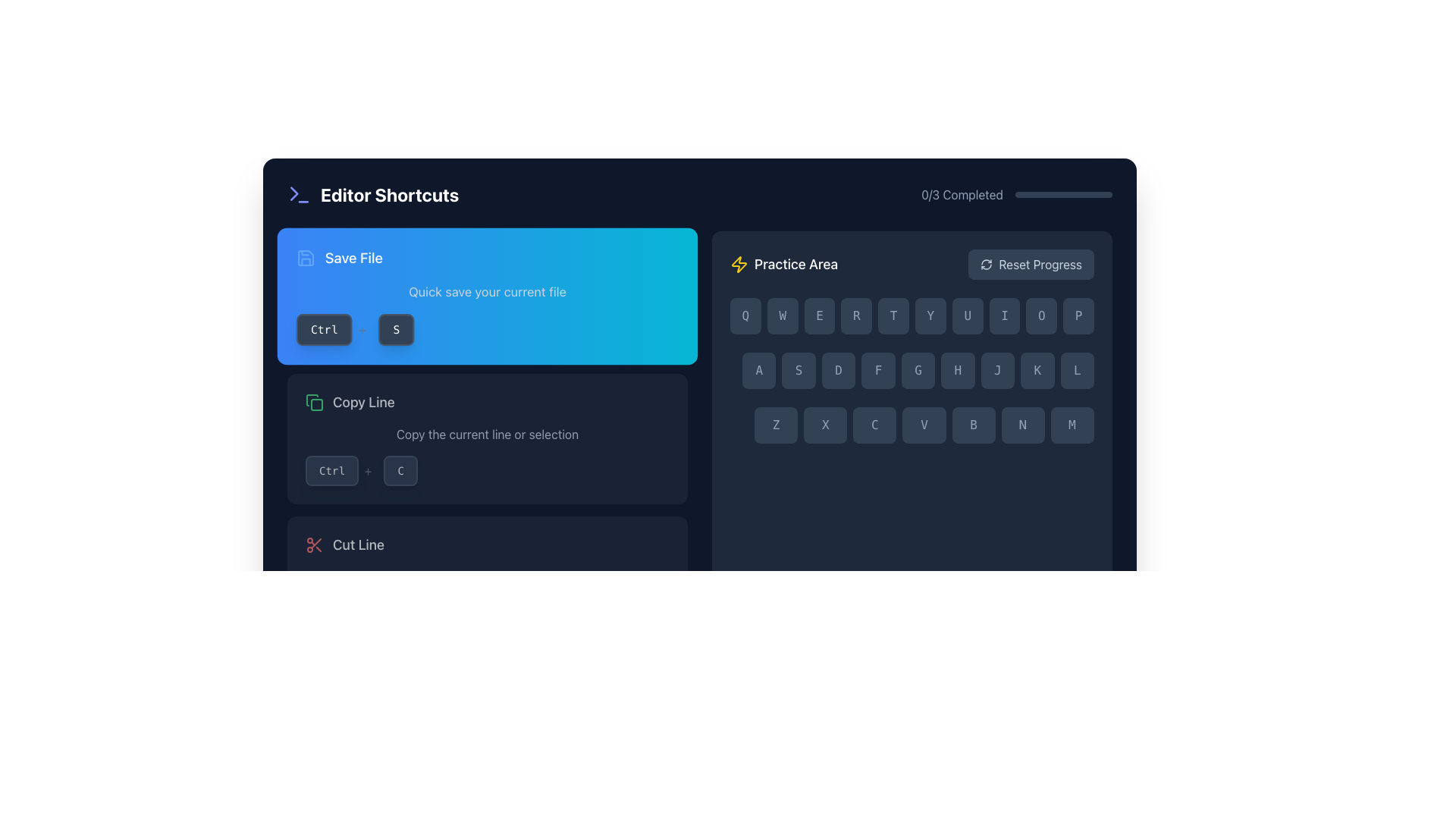  I want to click on the progress indicator displaying '0/3 Completed' with a slim progress bar at the top-right corner of the interface, so click(1017, 194).